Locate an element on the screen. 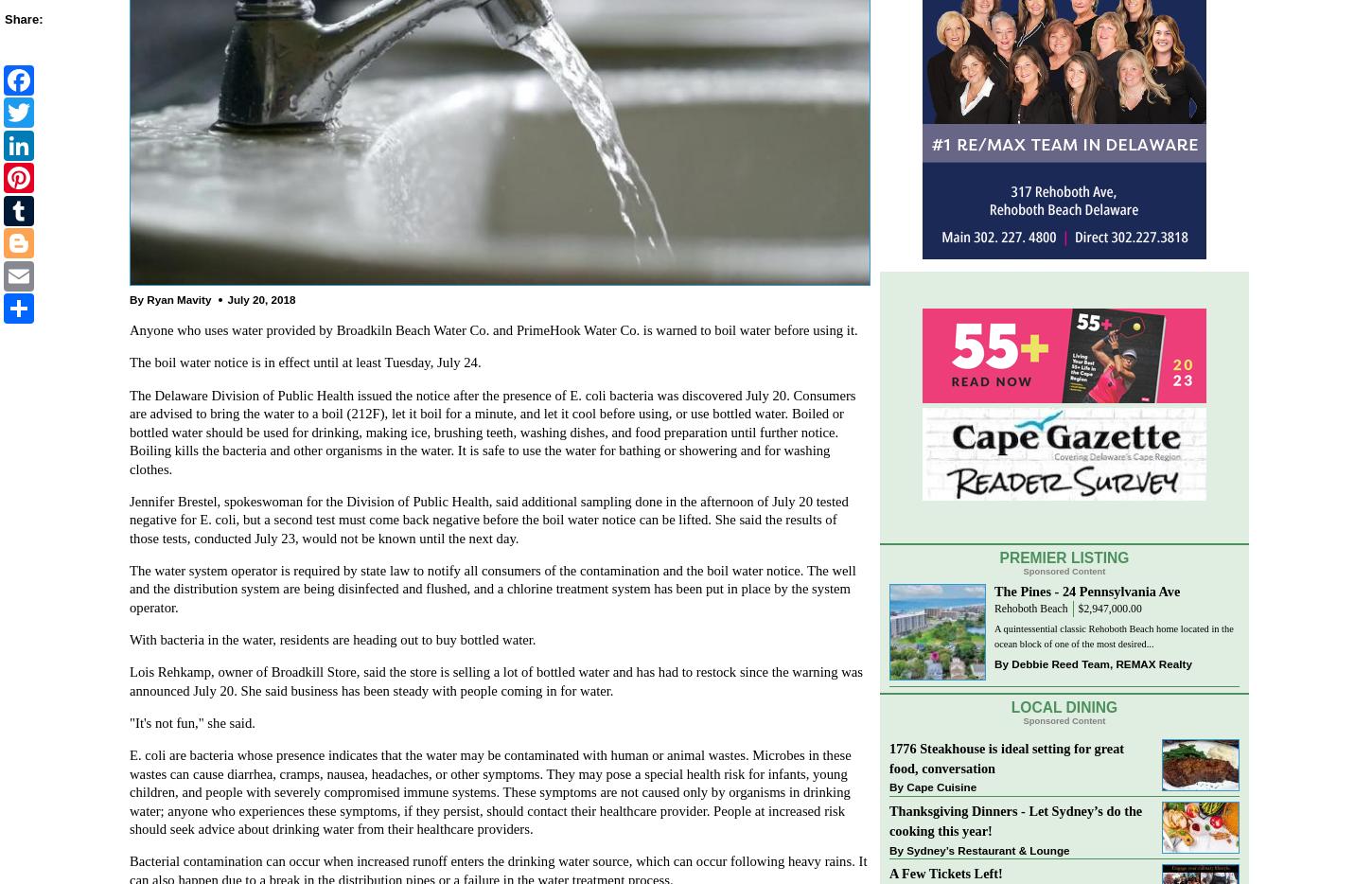 The height and width of the screenshot is (884, 1372). 'Email' is located at coordinates (71, 272).